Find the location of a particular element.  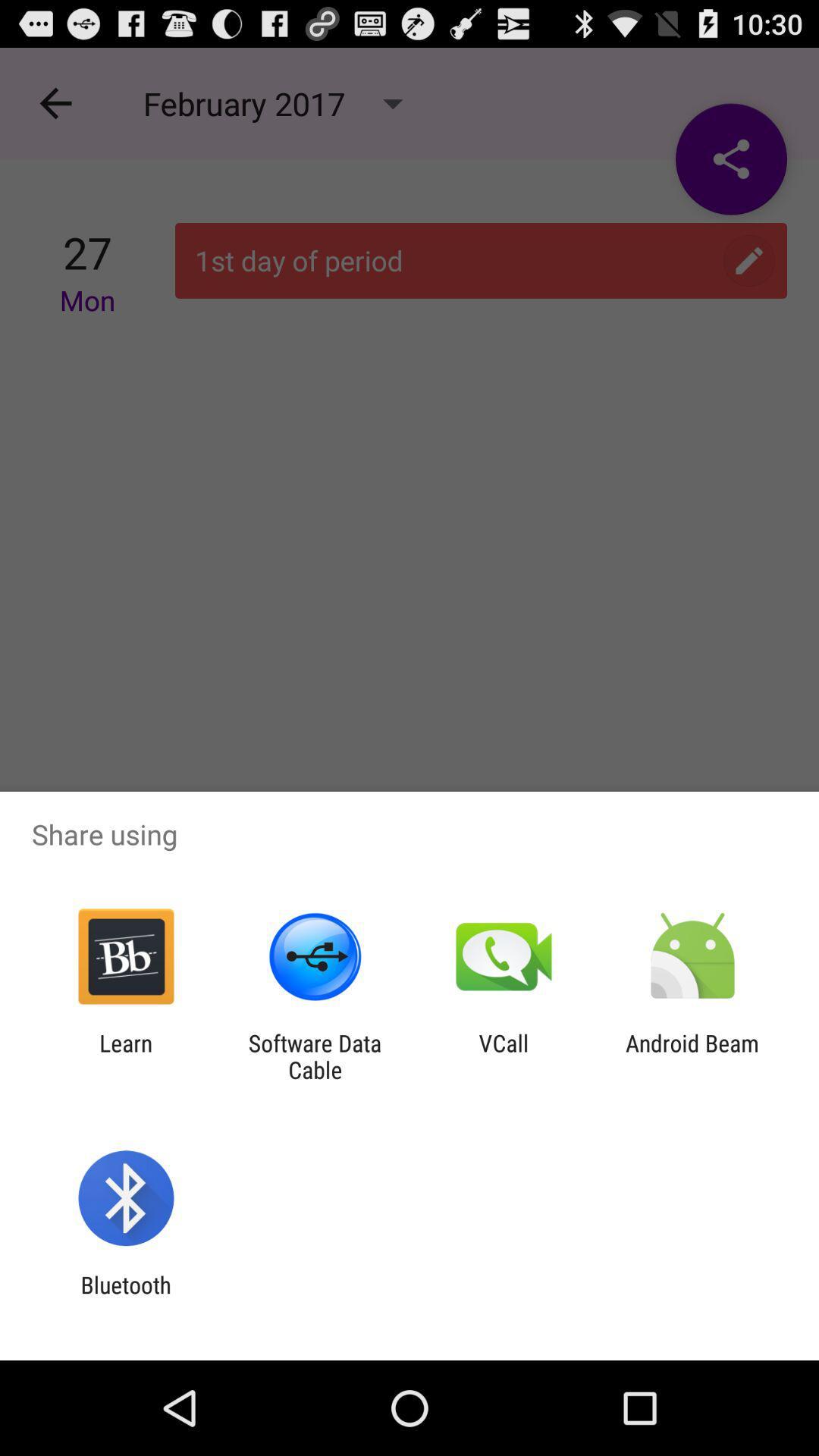

item next to learn icon is located at coordinates (314, 1056).